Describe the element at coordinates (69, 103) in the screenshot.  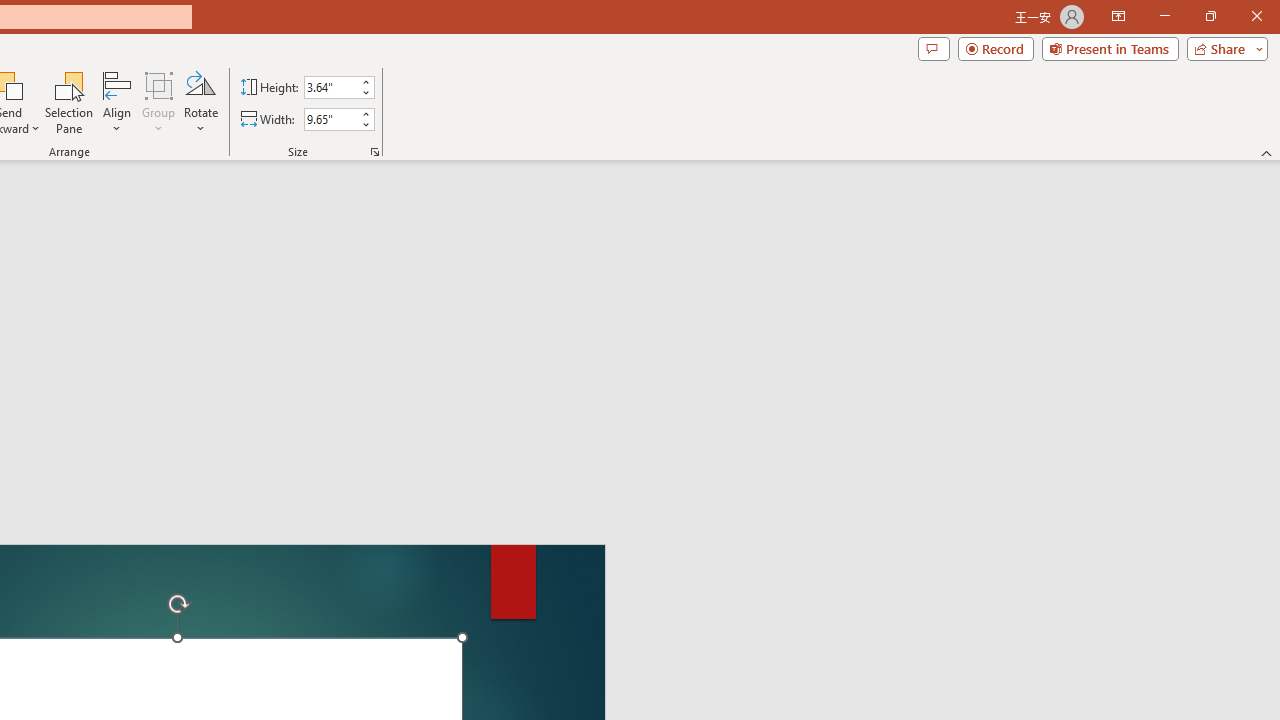
I see `'Selection Pane...'` at that location.